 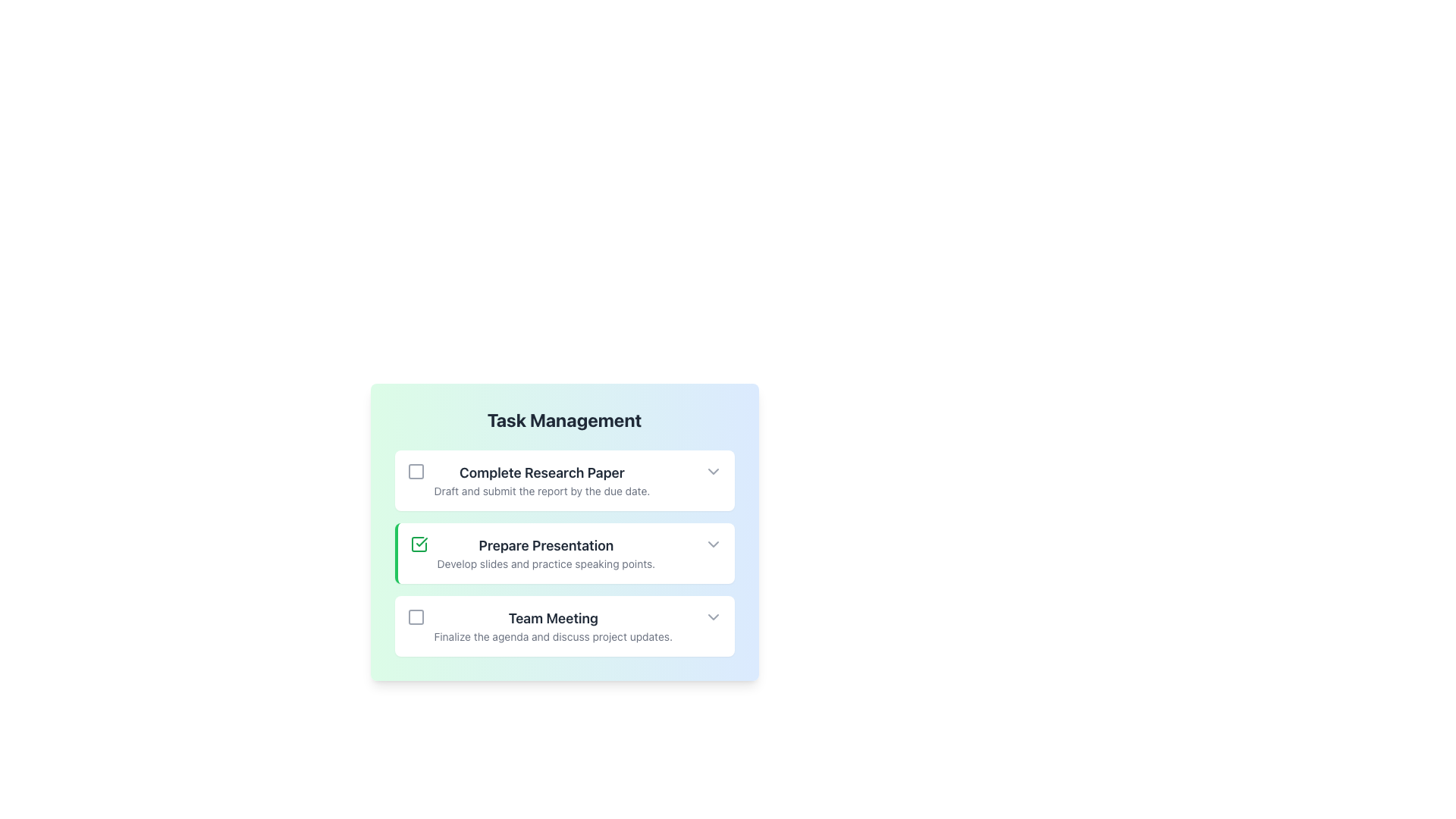 What do you see at coordinates (416, 617) in the screenshot?
I see `the unselected checkbox for the task 'Team Meeting'` at bounding box center [416, 617].